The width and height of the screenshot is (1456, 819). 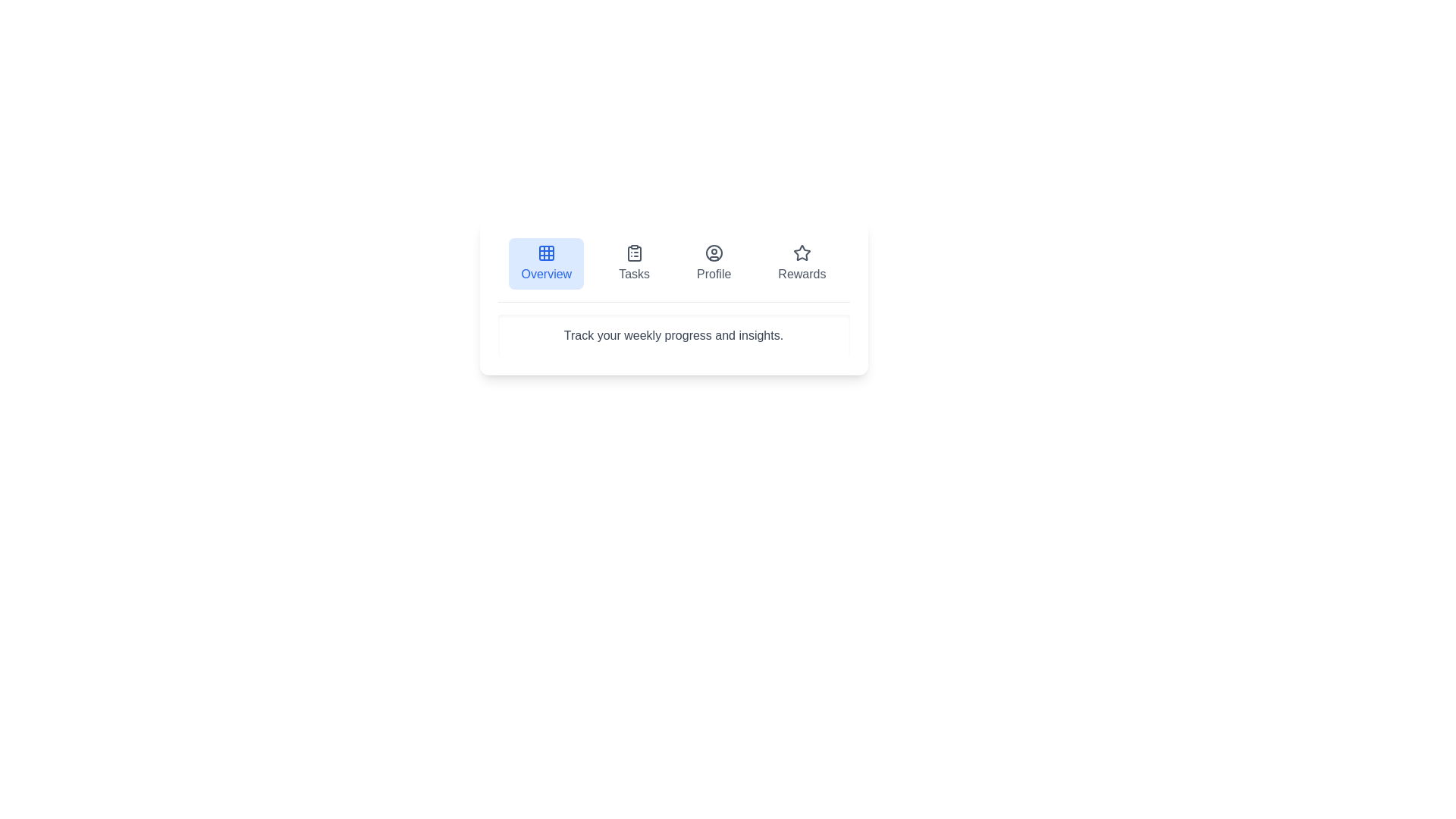 What do you see at coordinates (634, 253) in the screenshot?
I see `the SVG icon representing the 'Tasks' functionality, located in the second navigation button of the menu bar at the top center of the interface` at bounding box center [634, 253].